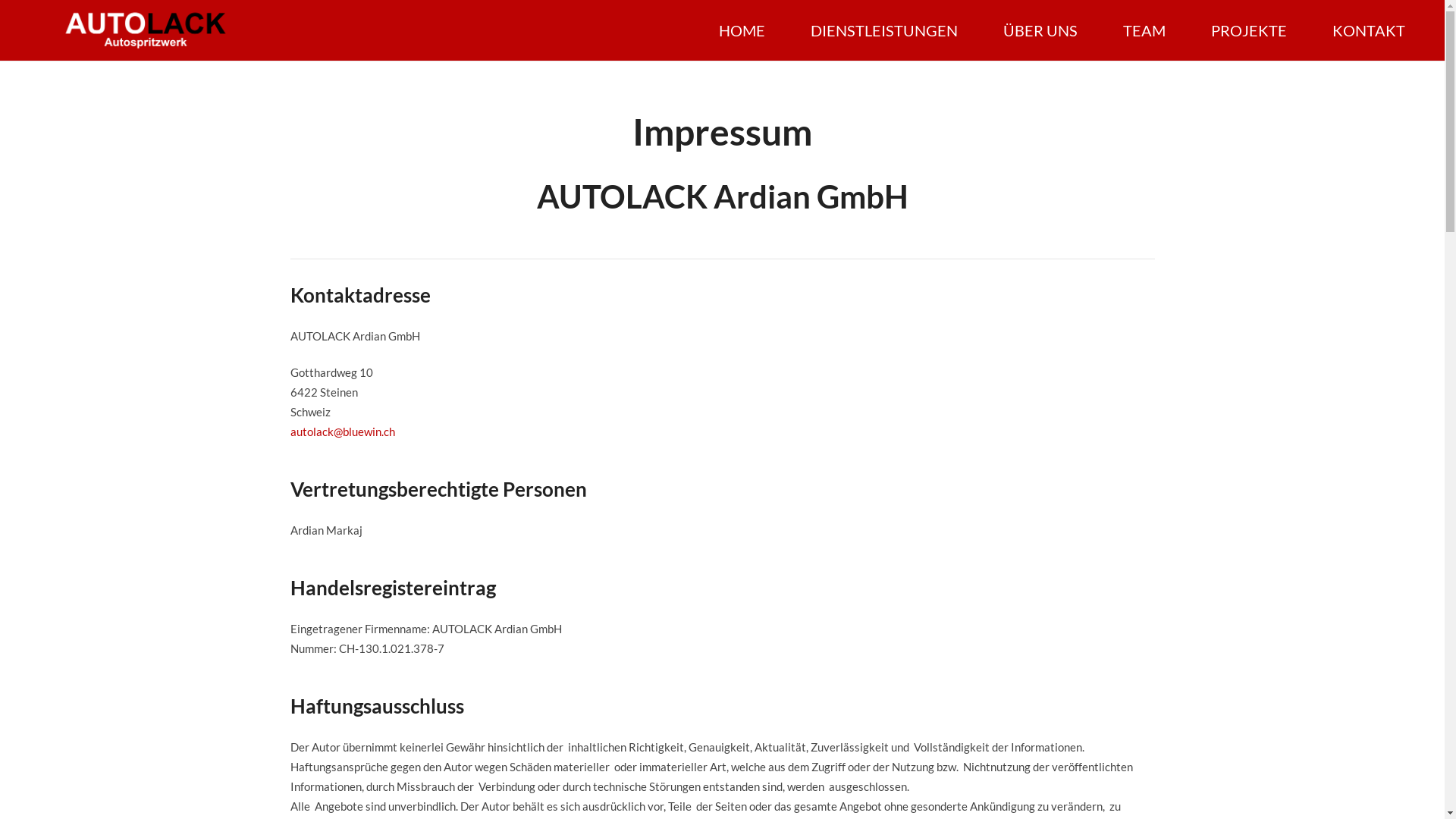 The image size is (1456, 819). I want to click on 'autolack@bluewin.ch', so click(341, 431).